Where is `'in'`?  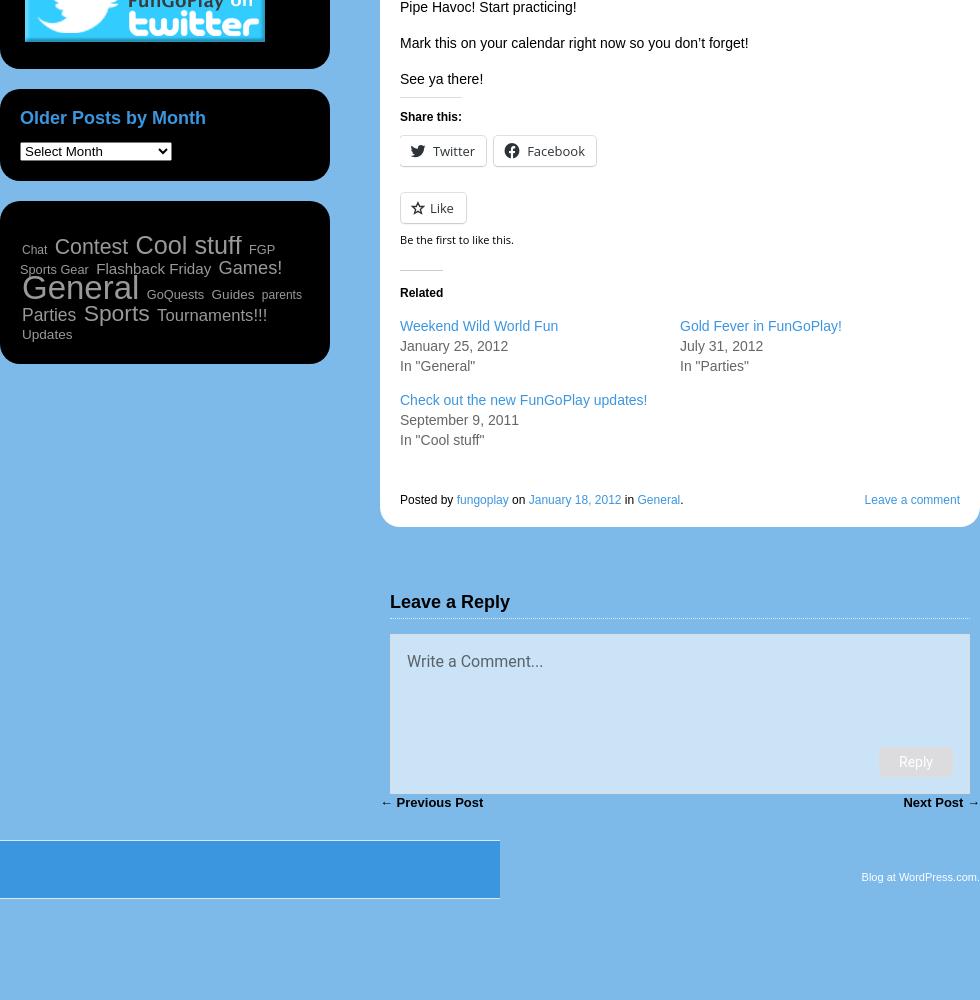 'in' is located at coordinates (628, 500).